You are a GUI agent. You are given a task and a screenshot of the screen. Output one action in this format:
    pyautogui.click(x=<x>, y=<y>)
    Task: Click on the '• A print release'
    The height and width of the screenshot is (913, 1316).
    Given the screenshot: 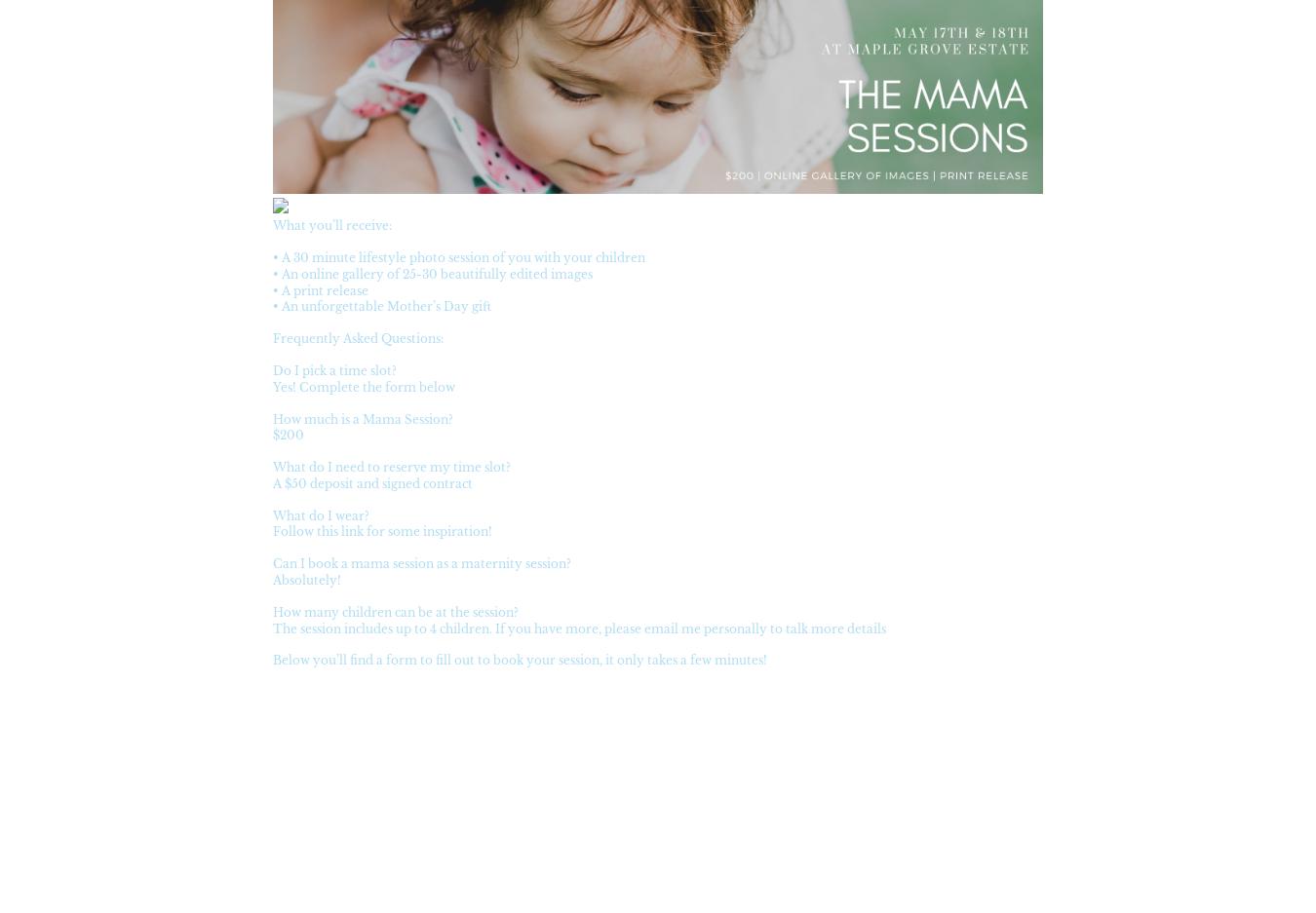 What is the action you would take?
    pyautogui.click(x=319, y=288)
    